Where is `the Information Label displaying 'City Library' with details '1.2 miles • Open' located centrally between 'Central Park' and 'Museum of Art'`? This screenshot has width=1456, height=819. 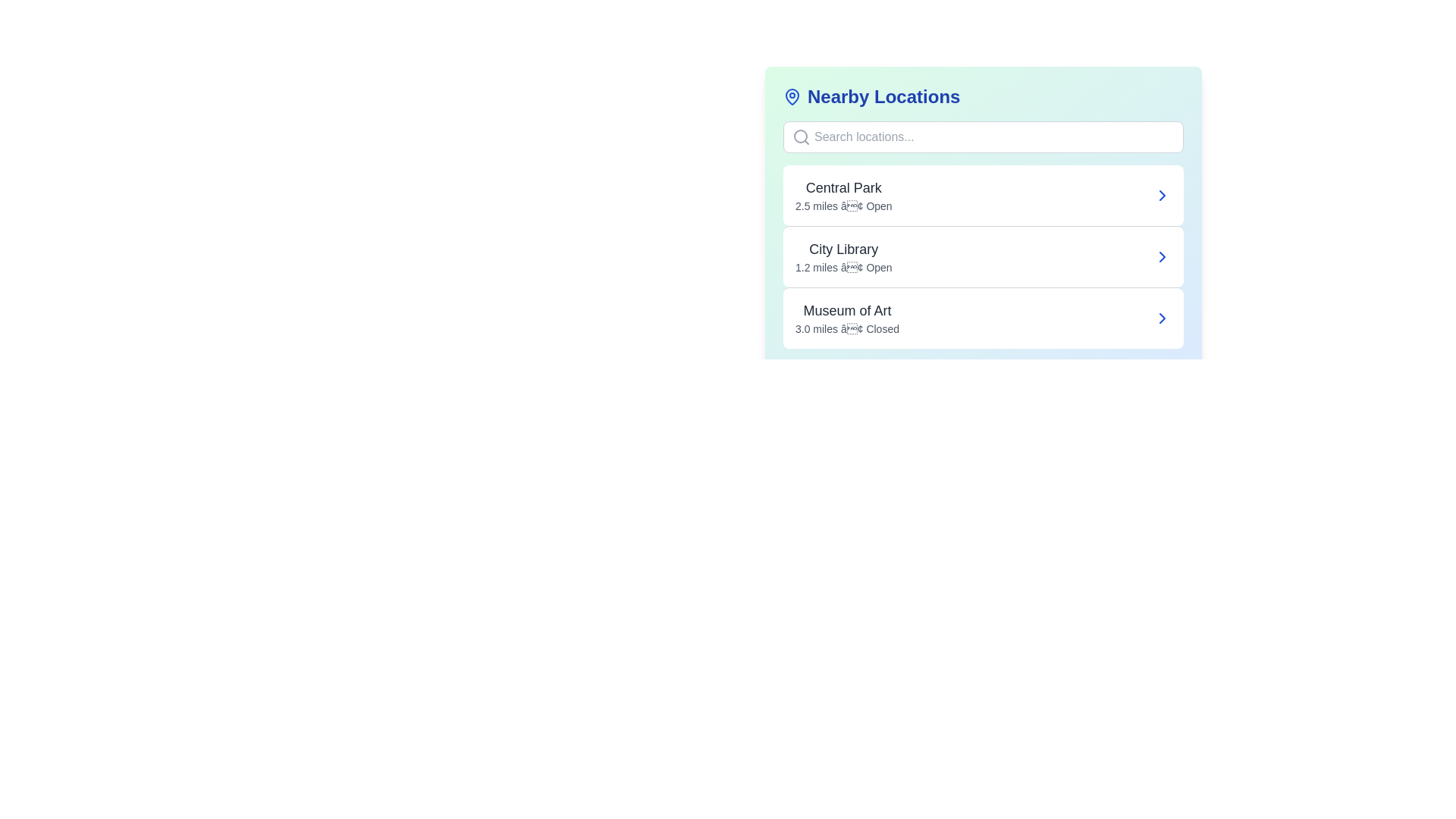 the Information Label displaying 'City Library' with details '1.2 miles • Open' located centrally between 'Central Park' and 'Museum of Art' is located at coordinates (843, 256).